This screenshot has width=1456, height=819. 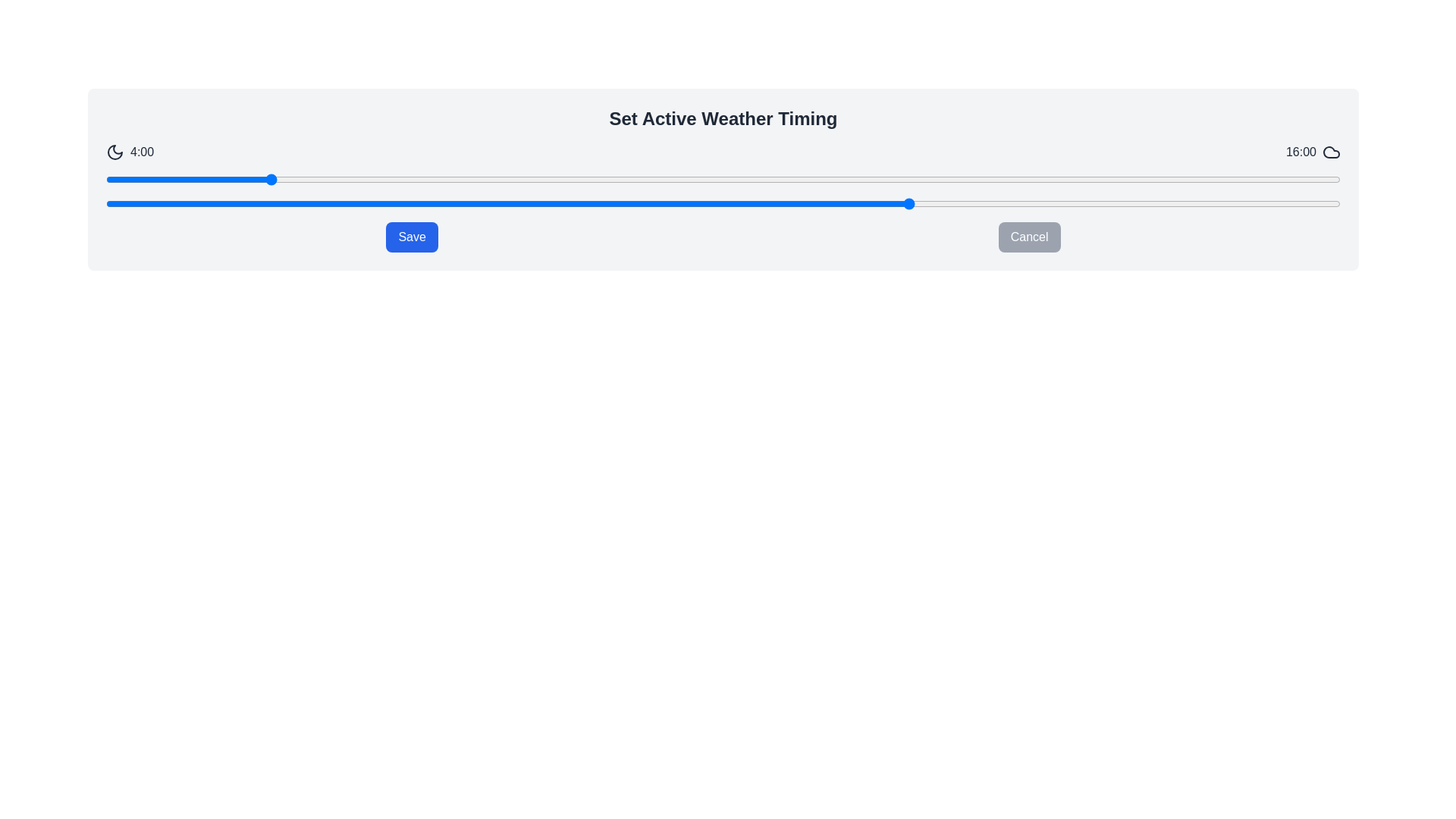 I want to click on the slider, so click(x=320, y=203).